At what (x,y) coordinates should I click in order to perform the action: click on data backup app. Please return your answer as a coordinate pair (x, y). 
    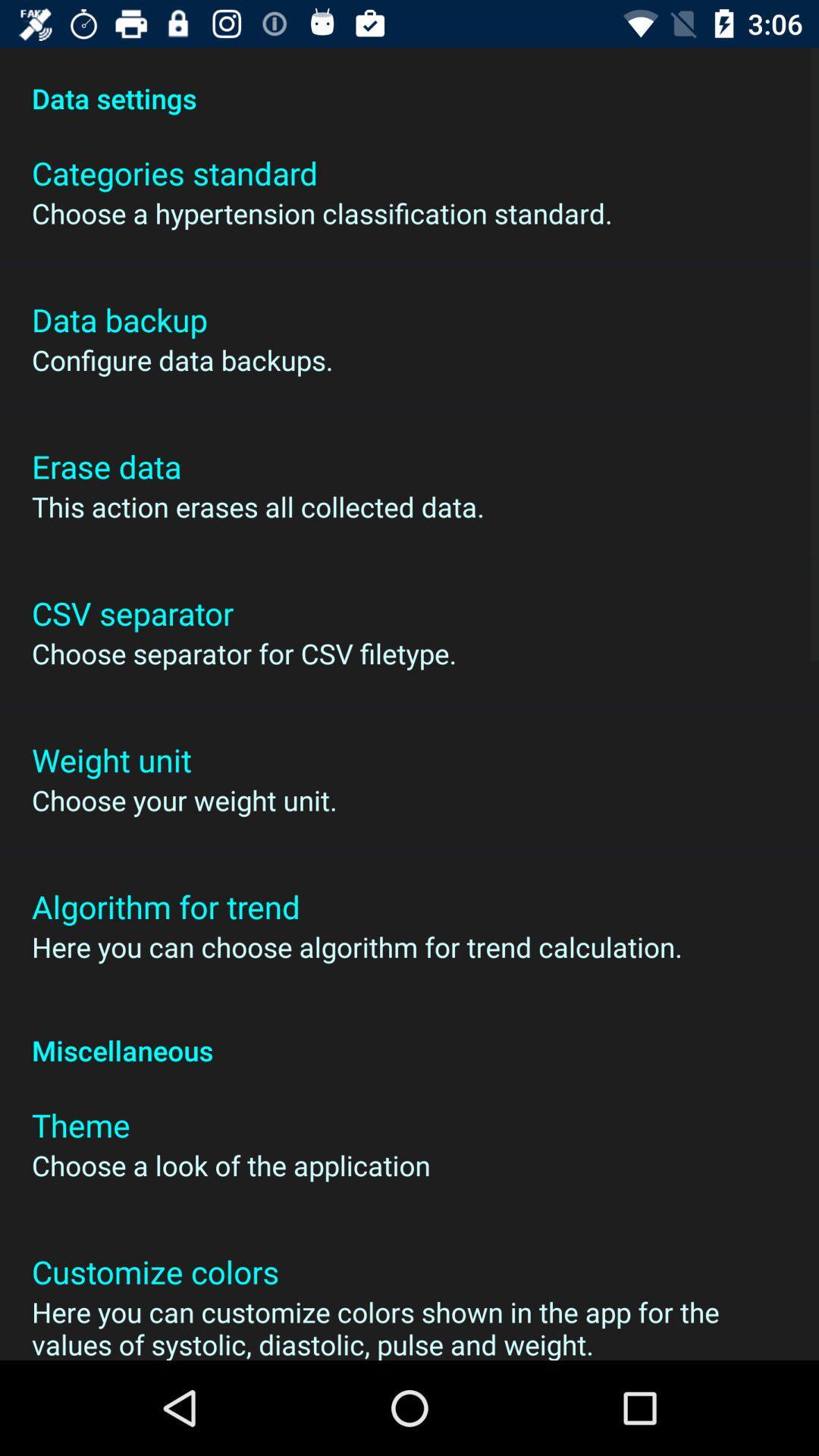
    Looking at the image, I should click on (118, 318).